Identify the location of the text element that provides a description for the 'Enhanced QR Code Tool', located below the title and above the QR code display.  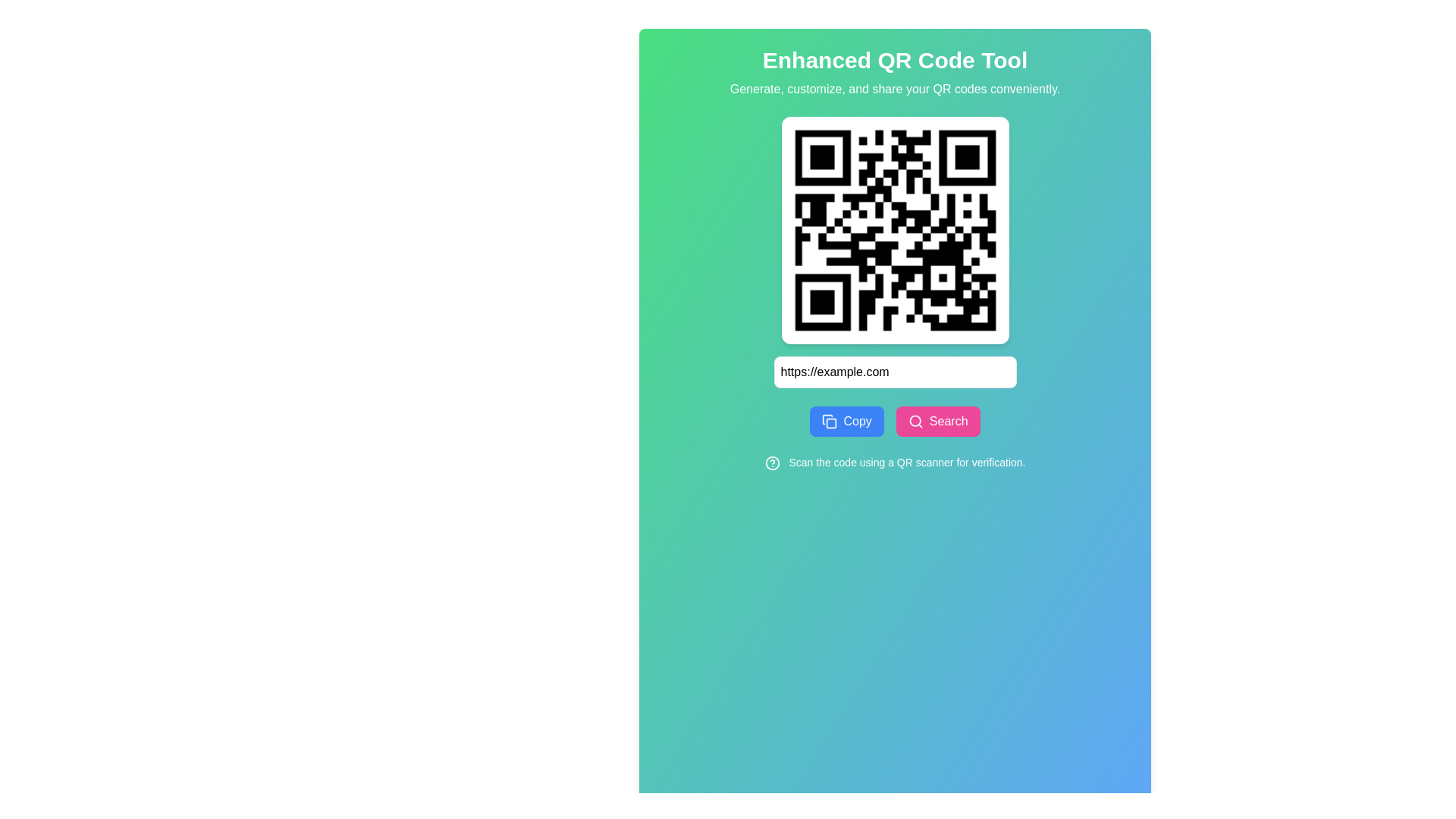
(895, 89).